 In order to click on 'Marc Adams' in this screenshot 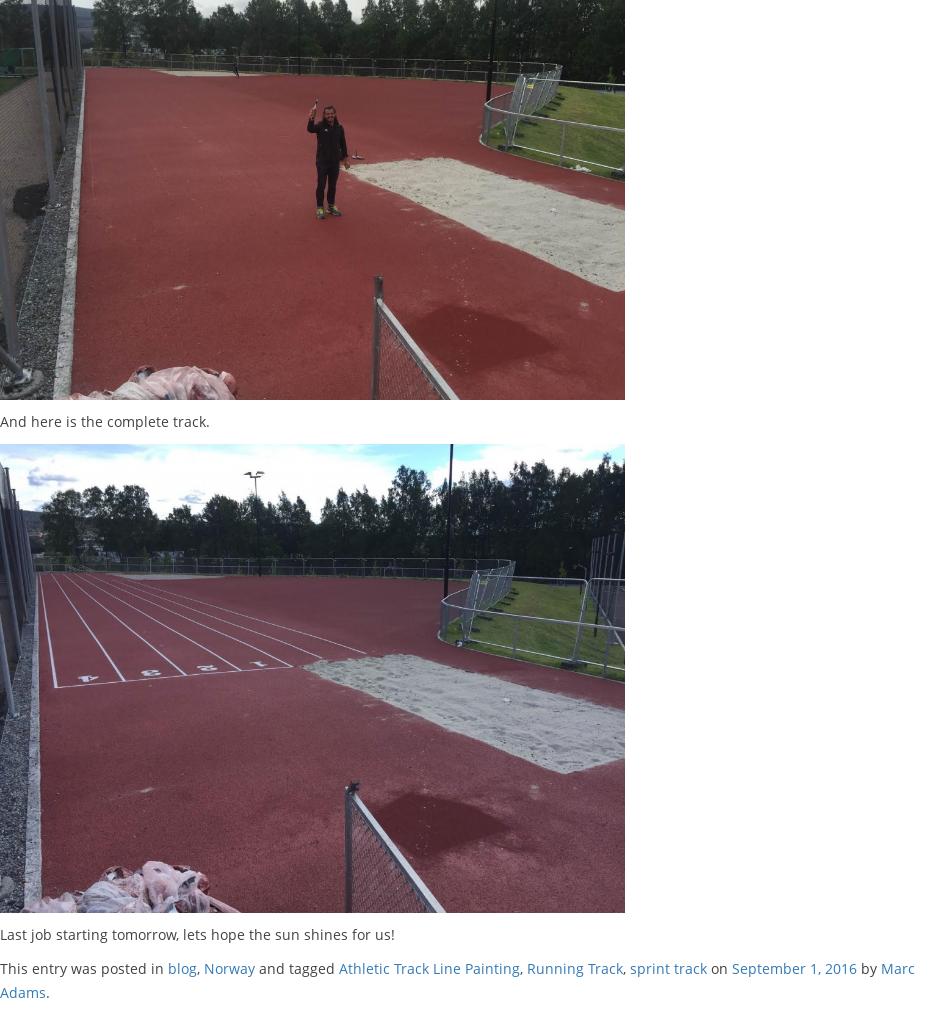, I will do `click(456, 979)`.